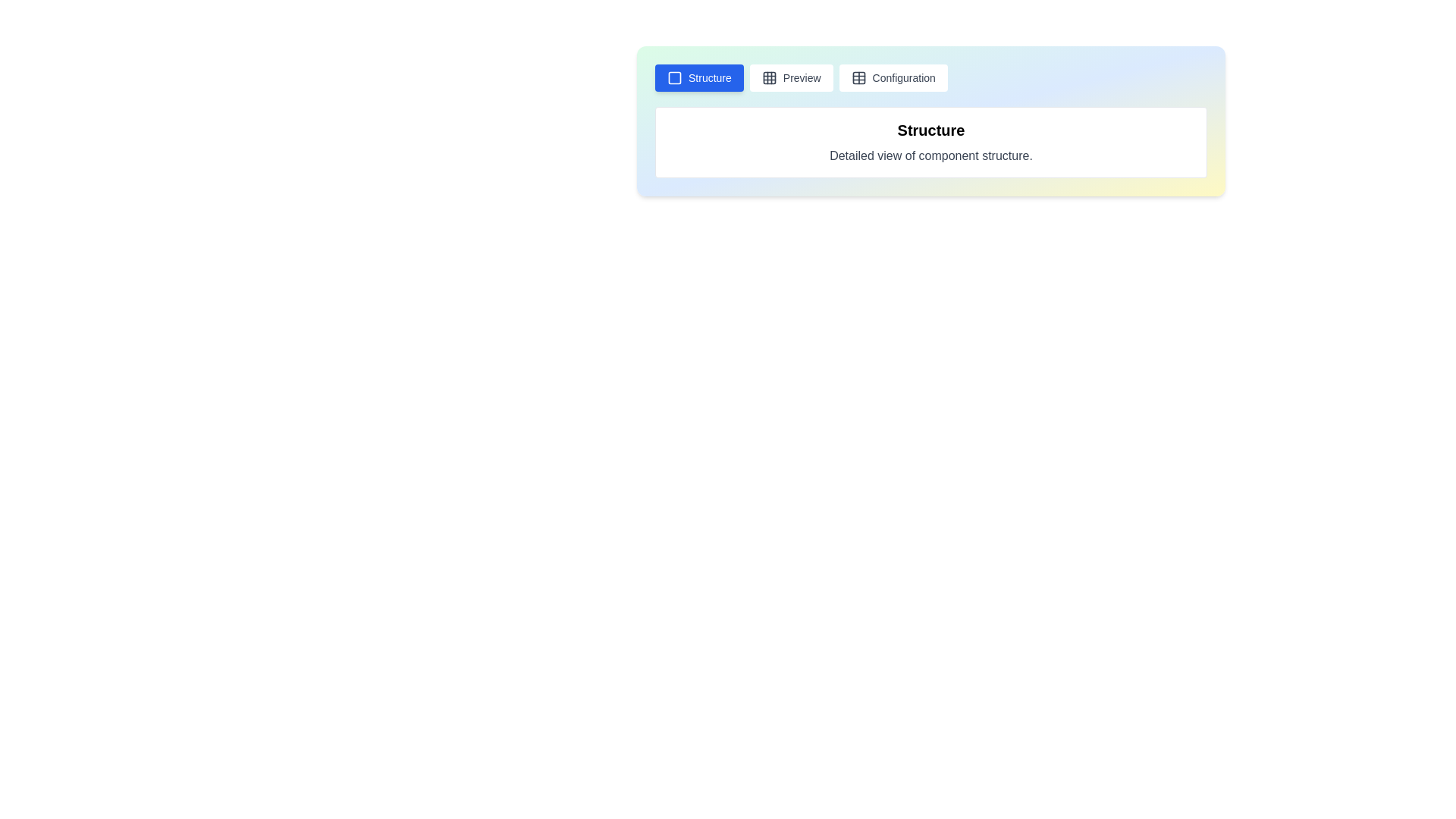 The height and width of the screenshot is (819, 1456). Describe the element at coordinates (790, 78) in the screenshot. I see `the tab labeled Preview to switch to that tab` at that location.